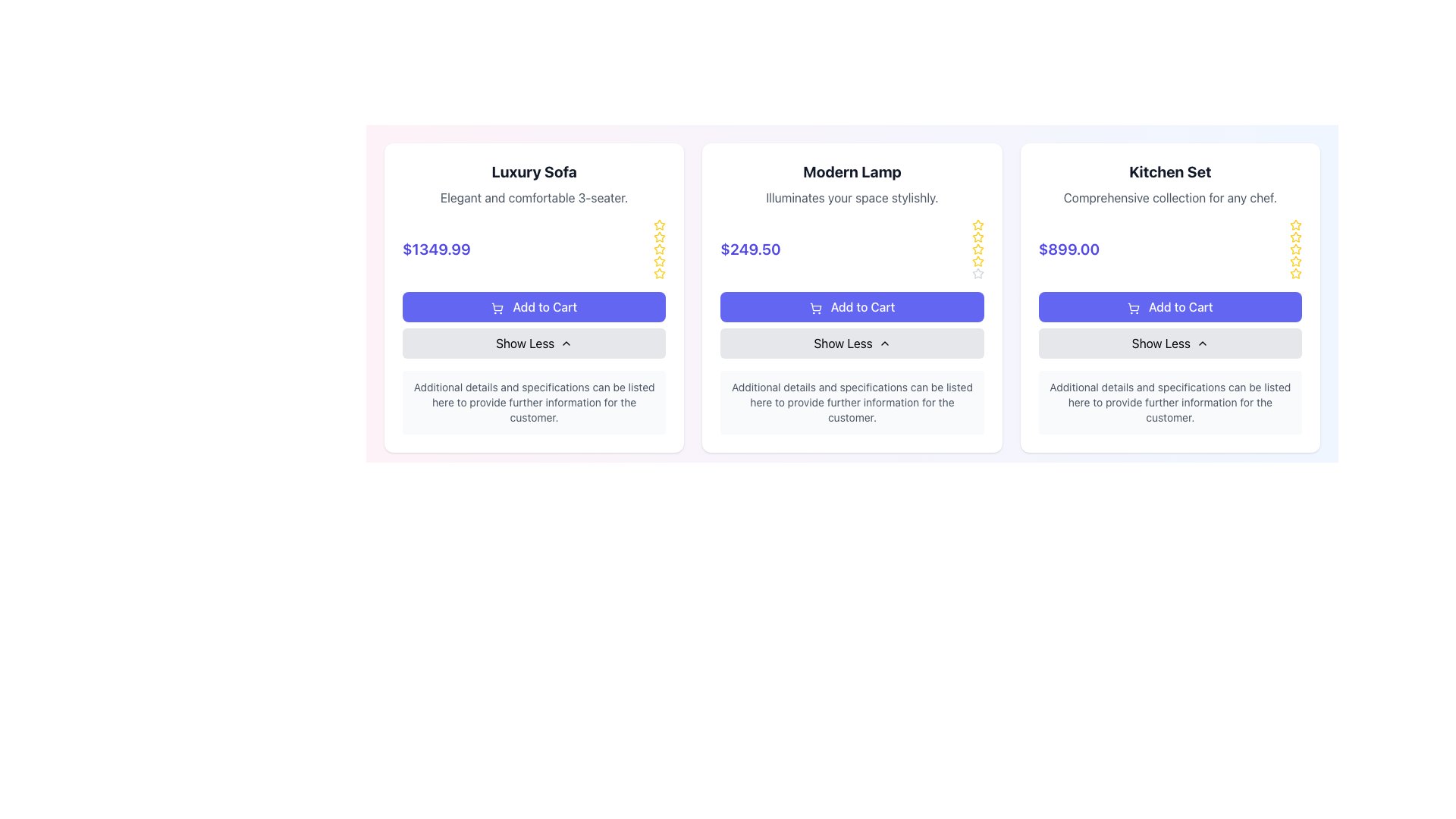  What do you see at coordinates (977, 273) in the screenshot?
I see `the fourth star icon in the vertical stack of five stars representing the rating system for the 'Modern Lamp' card` at bounding box center [977, 273].